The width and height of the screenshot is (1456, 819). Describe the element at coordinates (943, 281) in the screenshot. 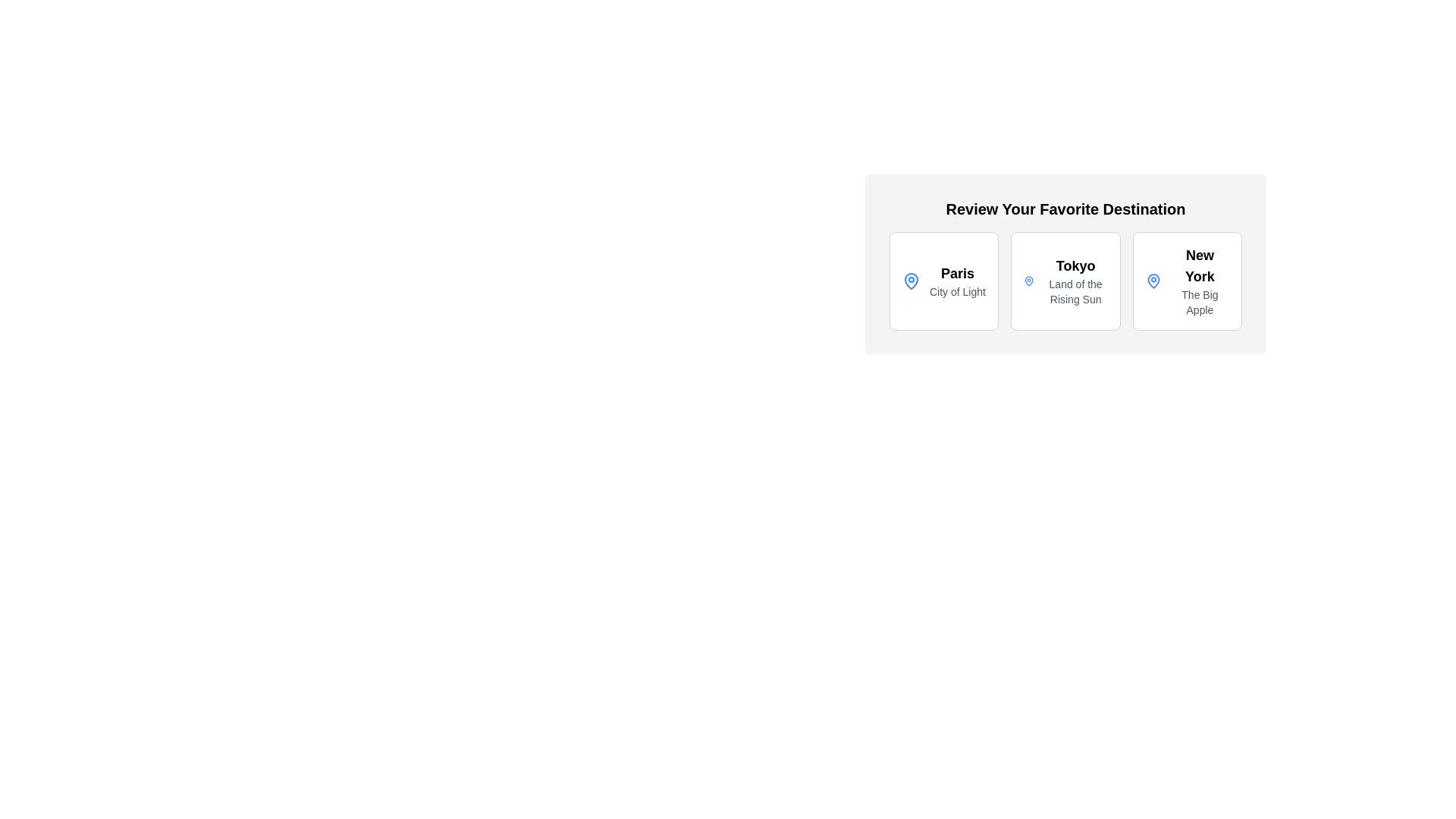

I see `the card-like button that features a blue map pin icon and the text 'Paris' in bold, located in the center-right area of the interface` at that location.